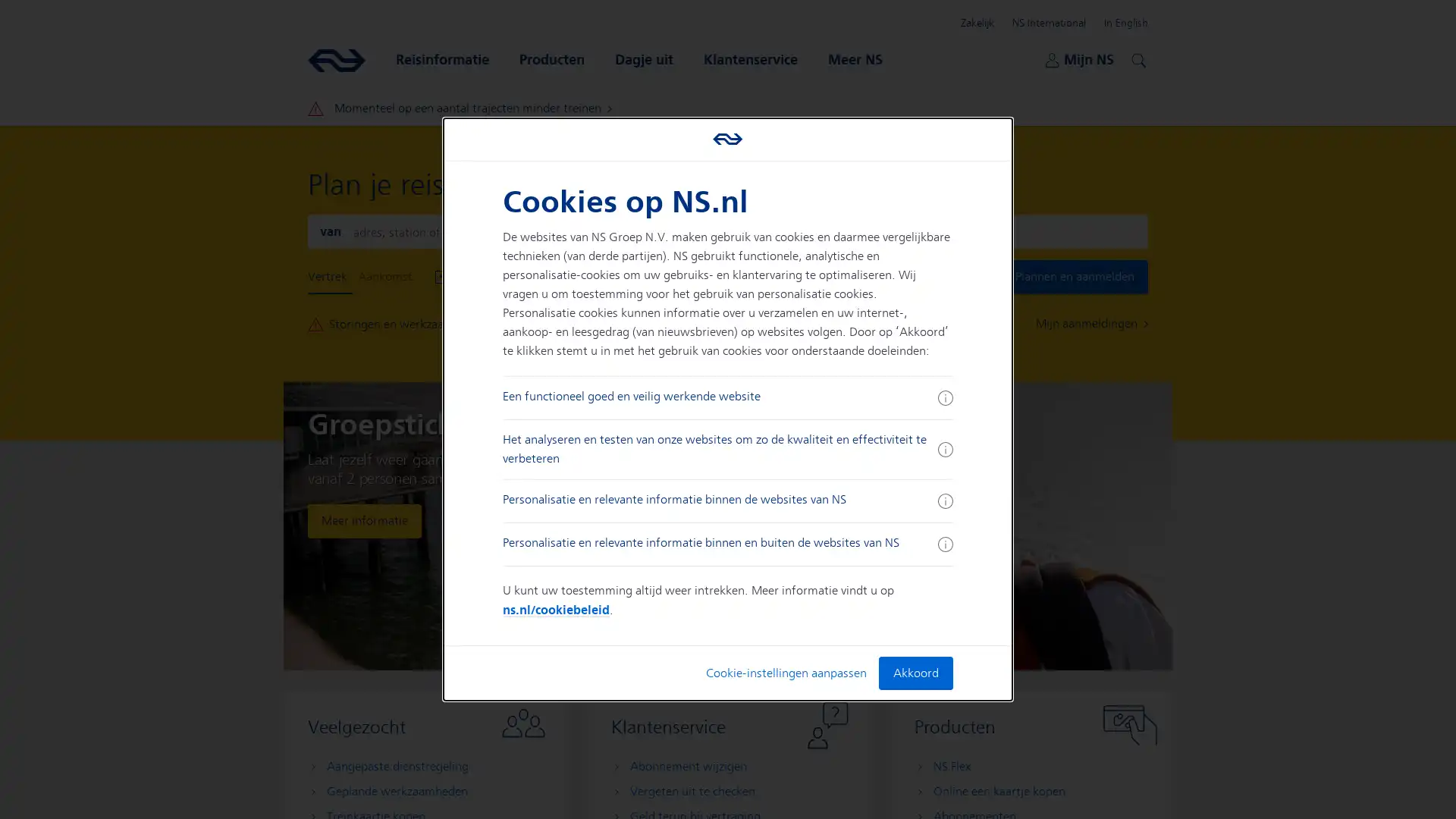  Describe the element at coordinates (1078, 58) in the screenshot. I see `Mijn NS Open submenu` at that location.